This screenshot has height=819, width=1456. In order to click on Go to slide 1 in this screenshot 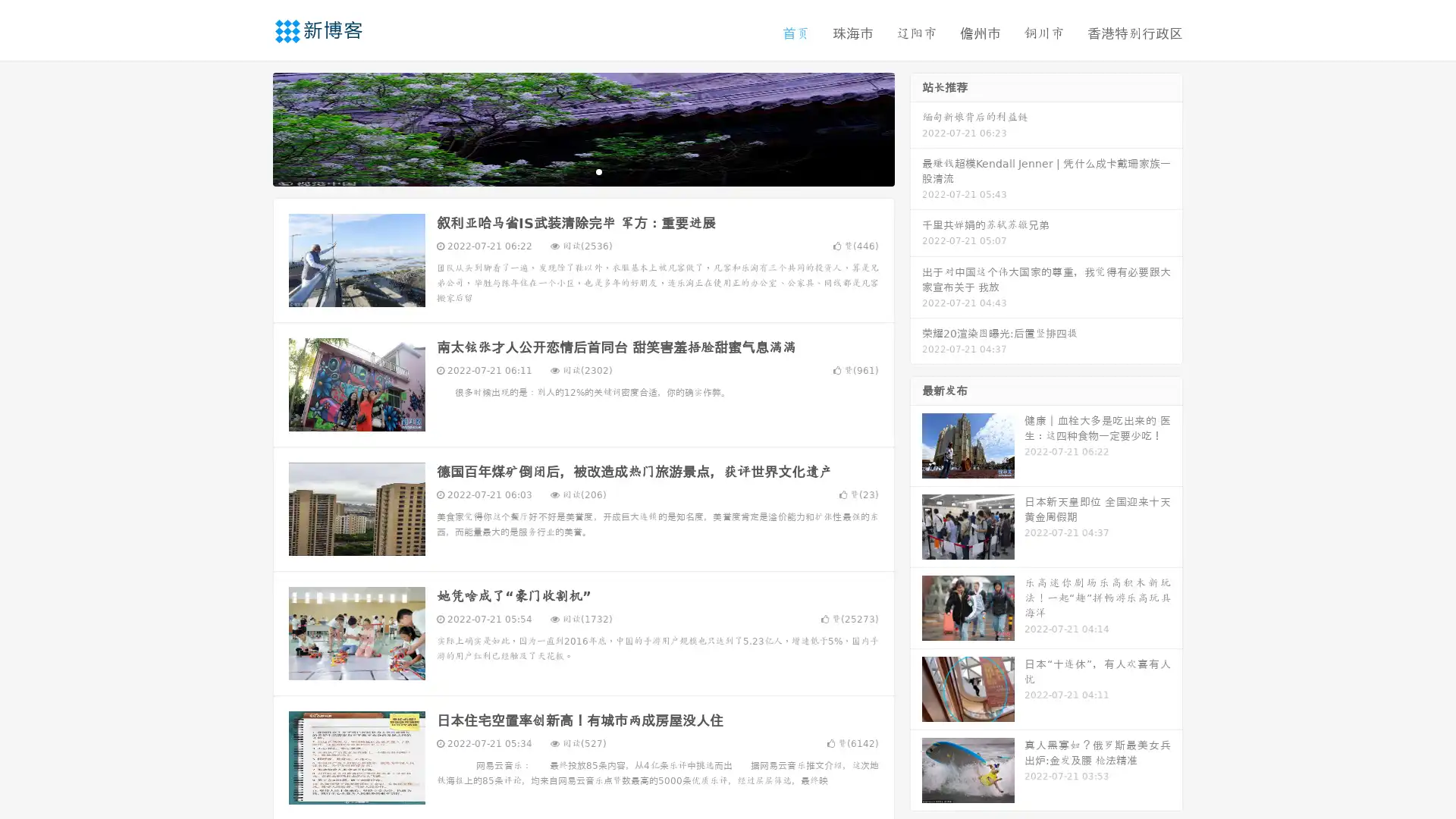, I will do `click(567, 171)`.